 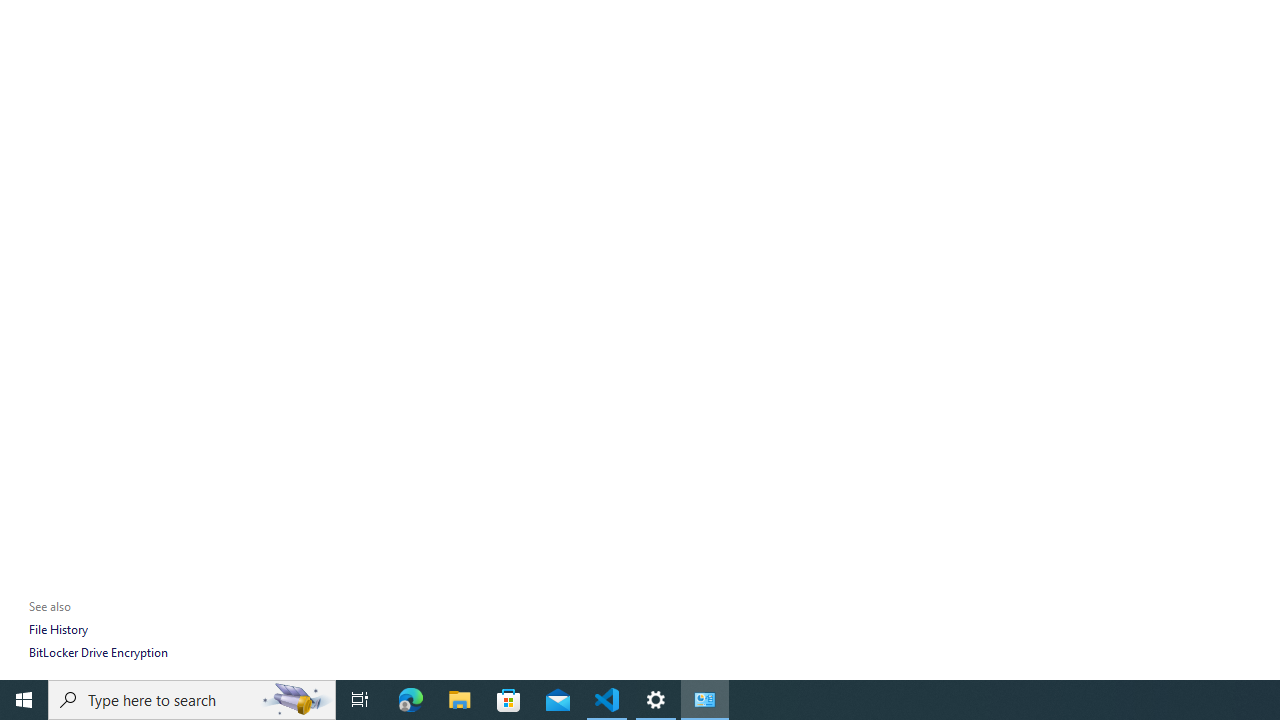 What do you see at coordinates (705, 698) in the screenshot?
I see `'Control Panel - 1 running window'` at bounding box center [705, 698].